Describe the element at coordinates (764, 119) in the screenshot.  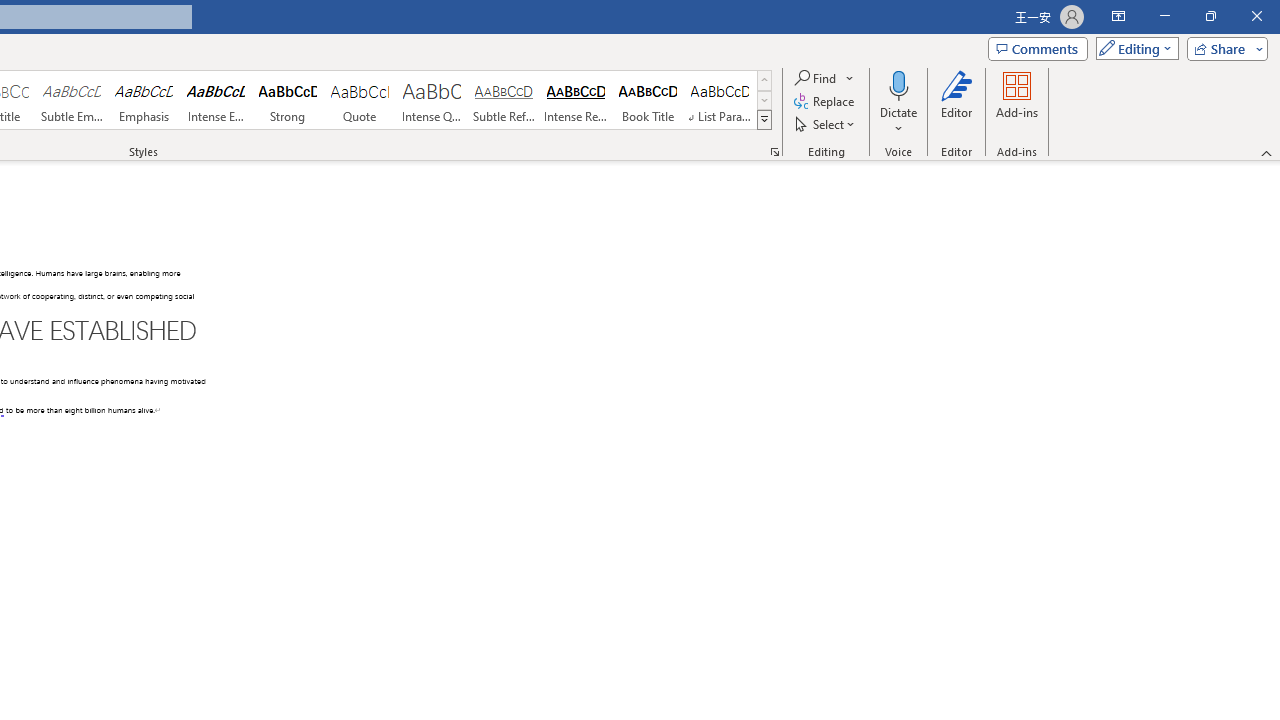
I see `'Class: NetUIImage'` at that location.